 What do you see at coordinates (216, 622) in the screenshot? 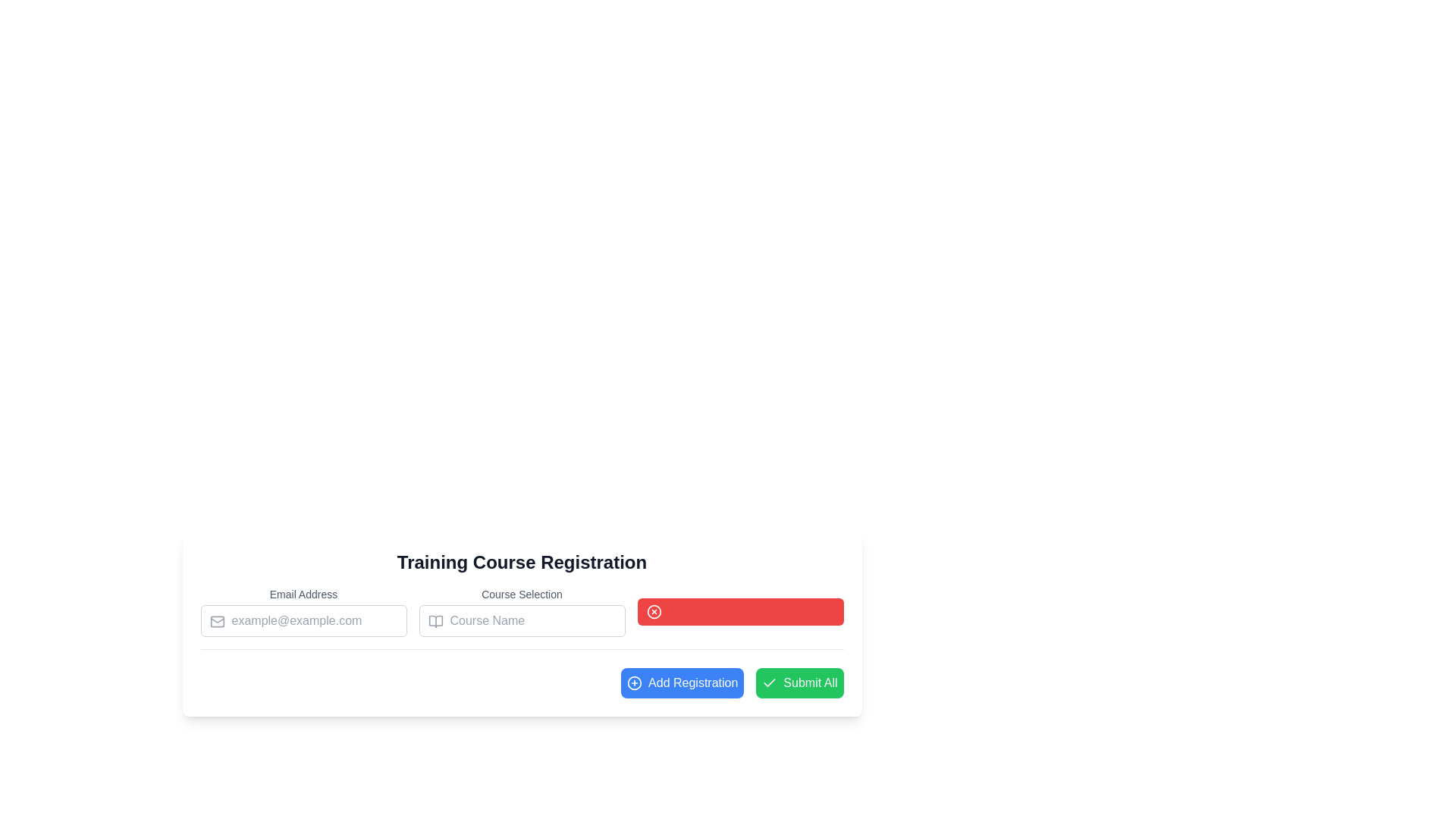
I see `the gray envelope icon that serves as a decorative indicator for the email input field, positioned on the left edge of the 'Email Address' input area` at bounding box center [216, 622].